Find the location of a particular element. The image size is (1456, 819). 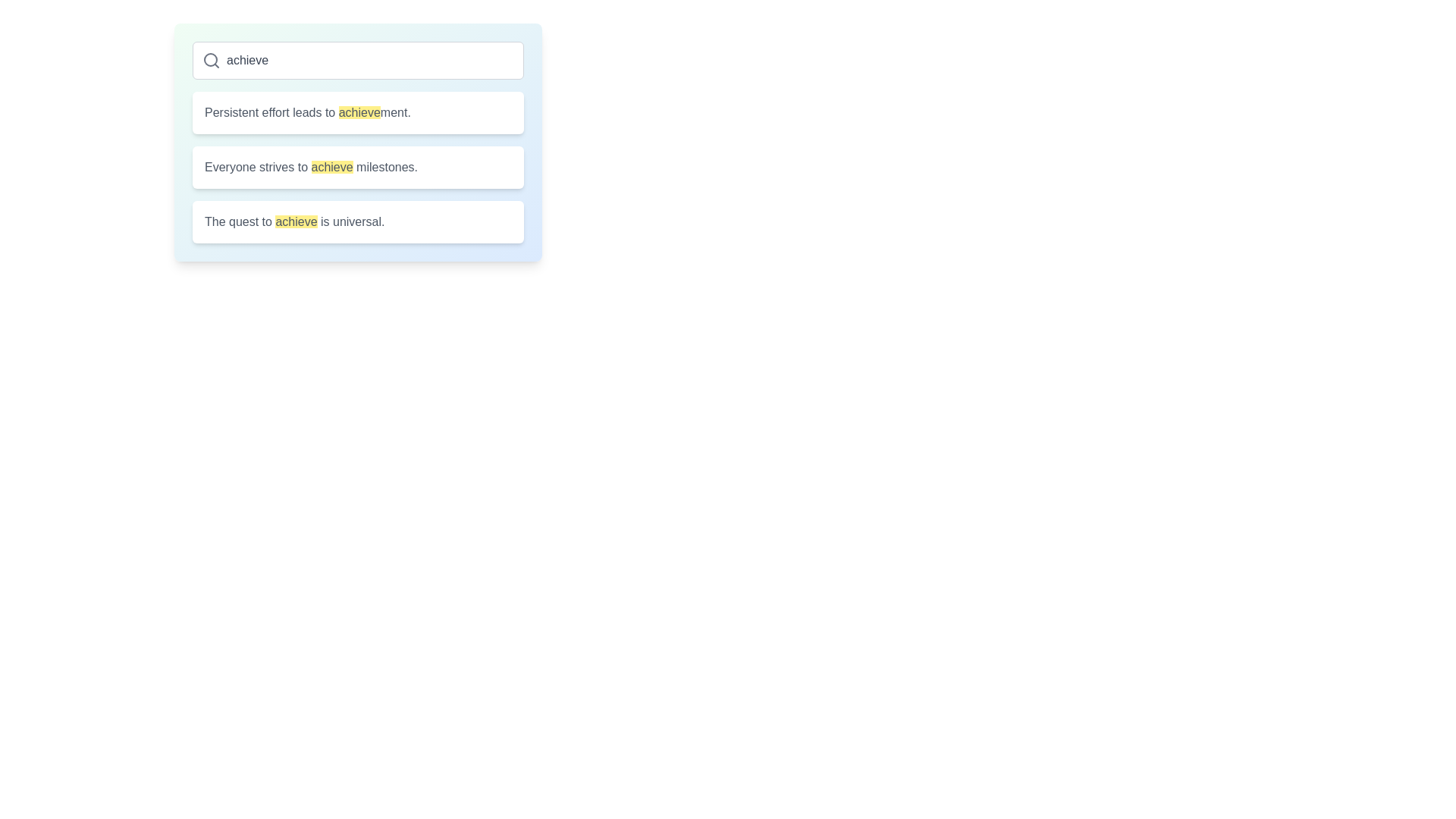

the third Text Display element in the vertical list to observe hover effects is located at coordinates (357, 222).